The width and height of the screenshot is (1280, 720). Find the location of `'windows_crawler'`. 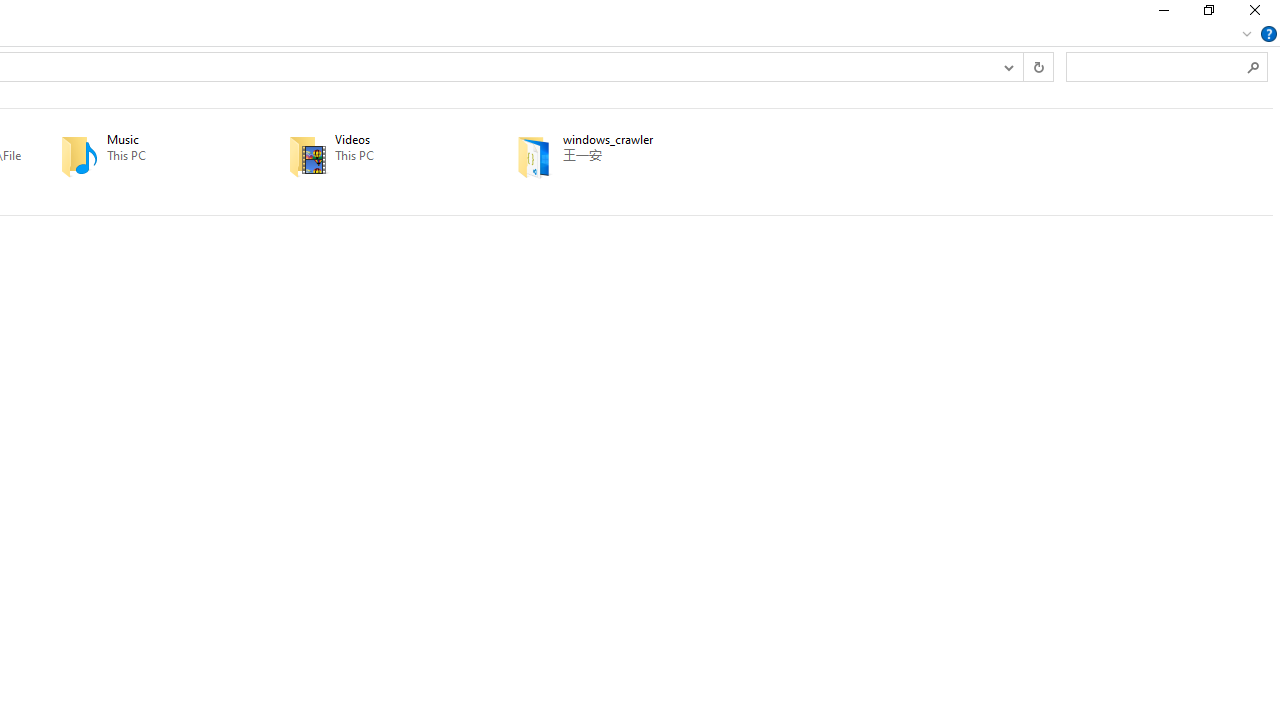

'windows_crawler' is located at coordinates (601, 155).